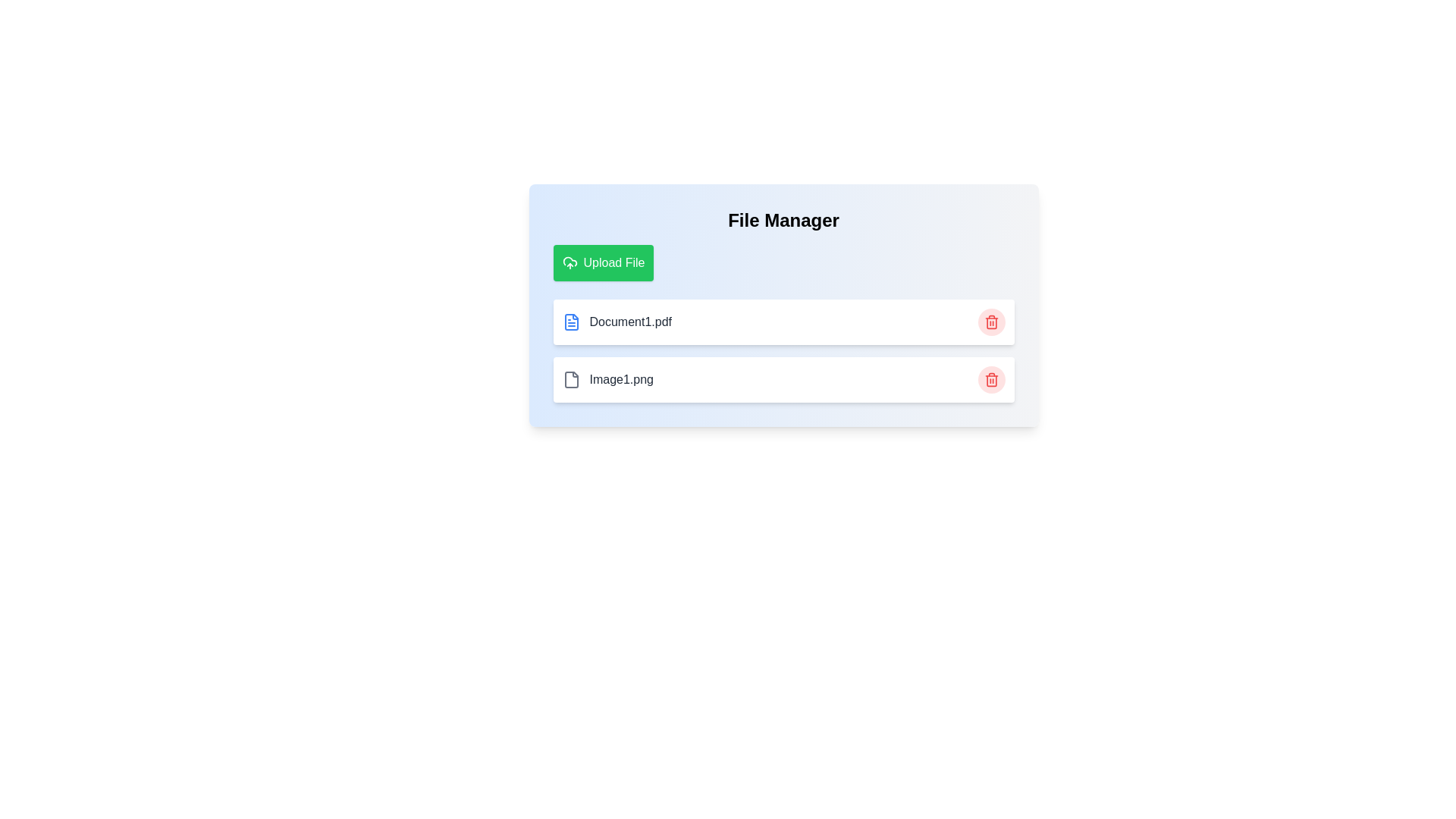  I want to click on the green button labeled 'Upload File', so click(569, 262).